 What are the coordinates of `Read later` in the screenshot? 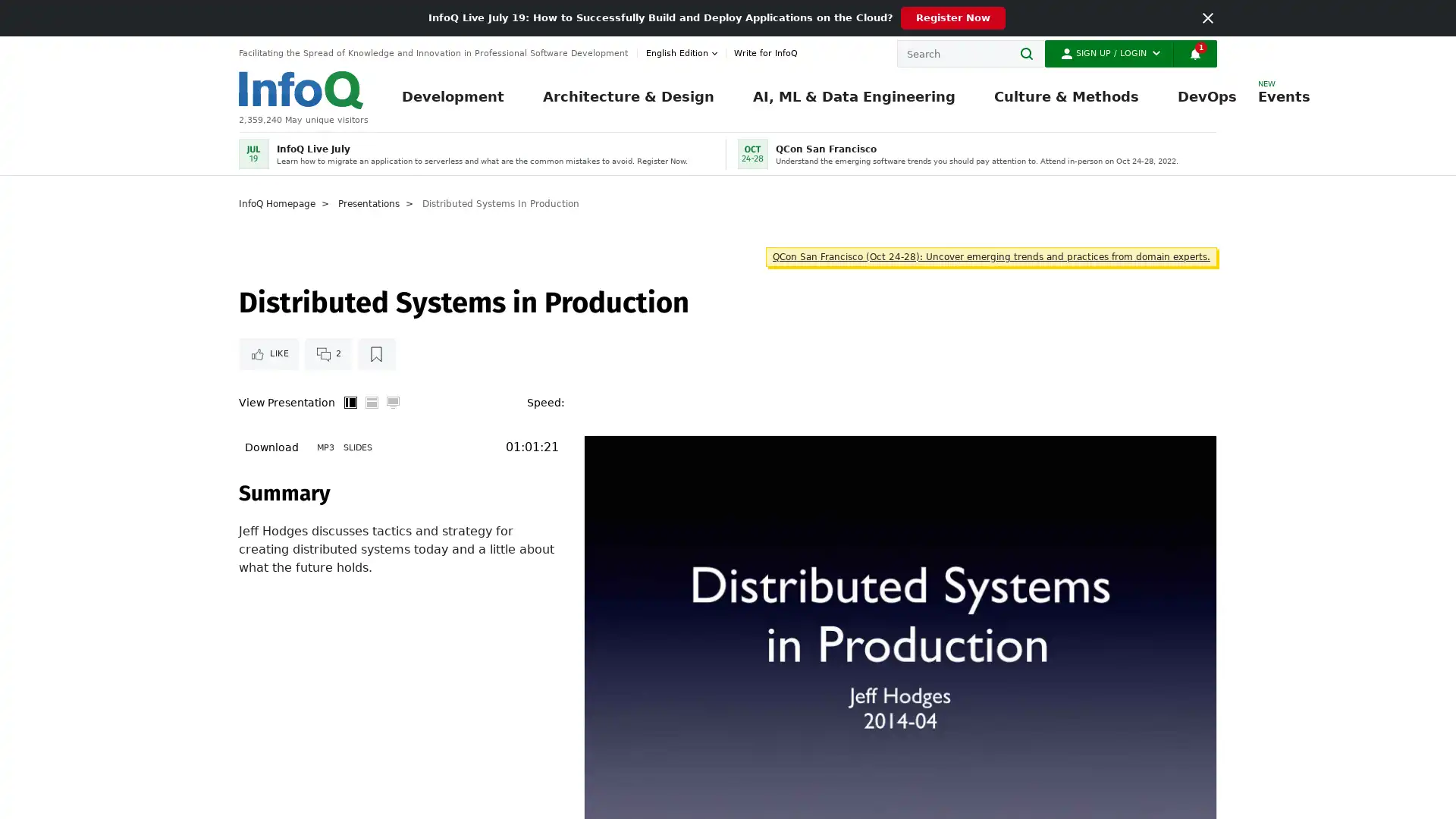 It's located at (375, 369).